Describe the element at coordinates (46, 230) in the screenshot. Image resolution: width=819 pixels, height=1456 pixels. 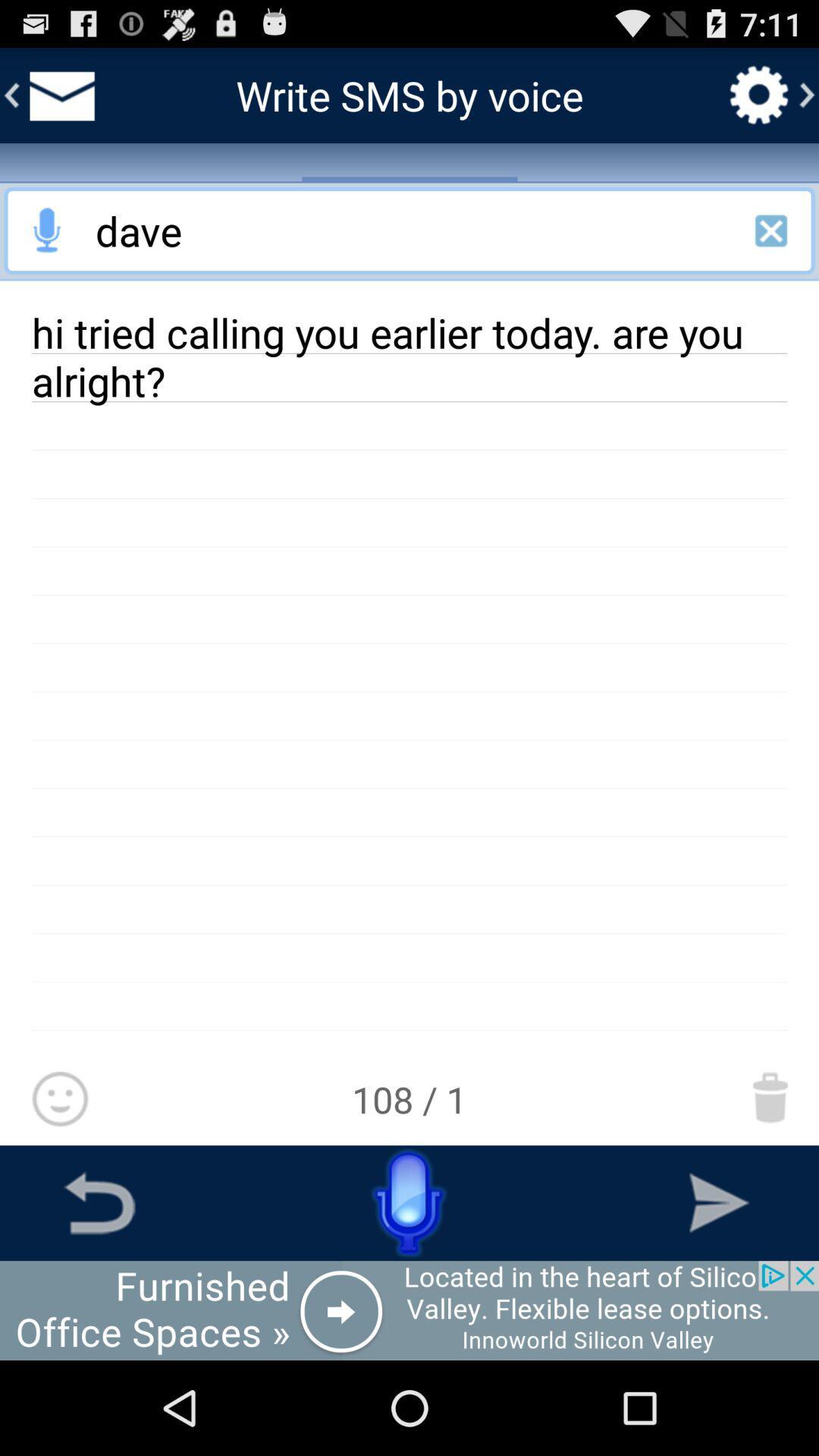
I see `record audio` at that location.